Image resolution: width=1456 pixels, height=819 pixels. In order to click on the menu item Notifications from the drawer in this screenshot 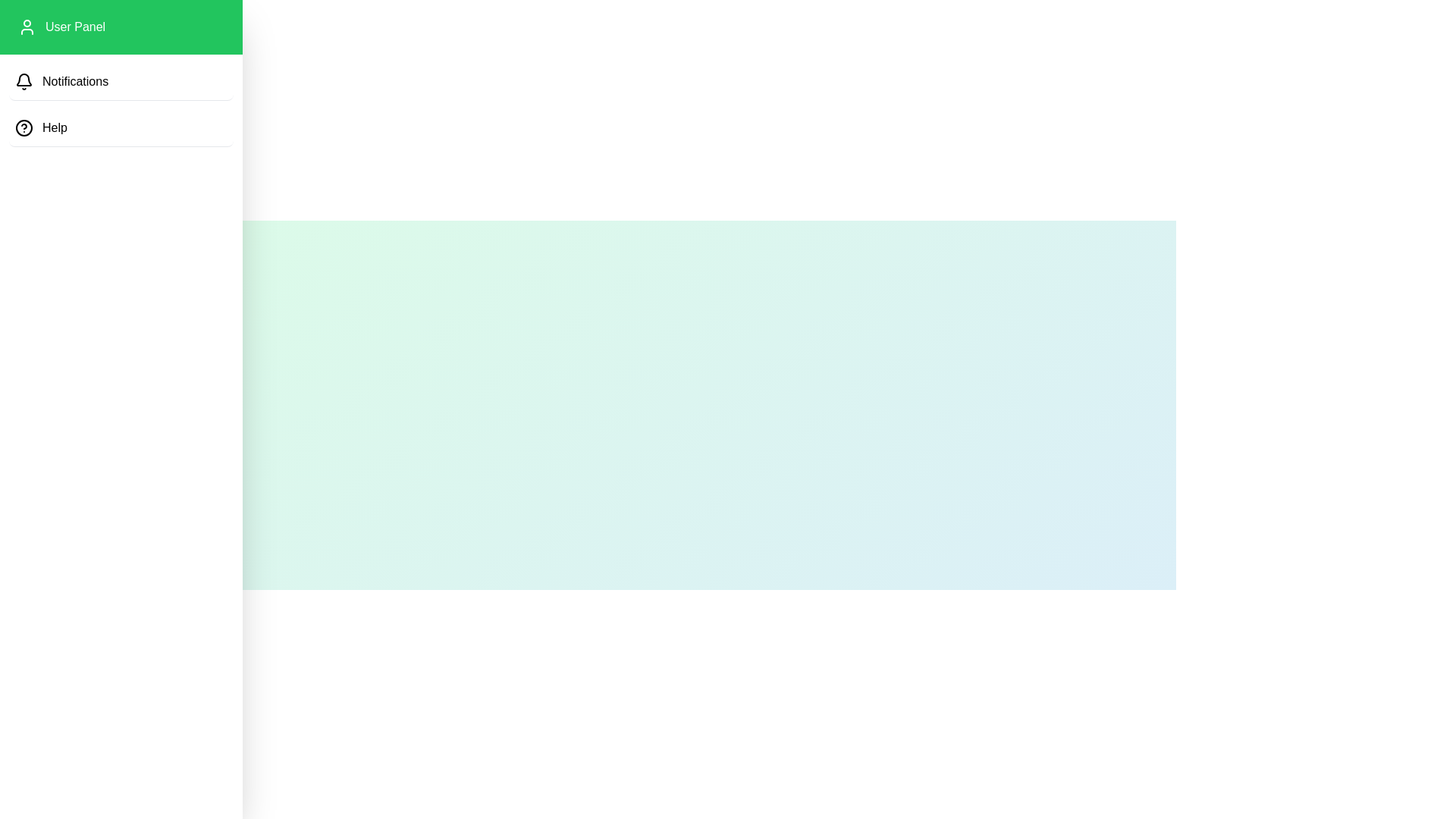, I will do `click(120, 82)`.